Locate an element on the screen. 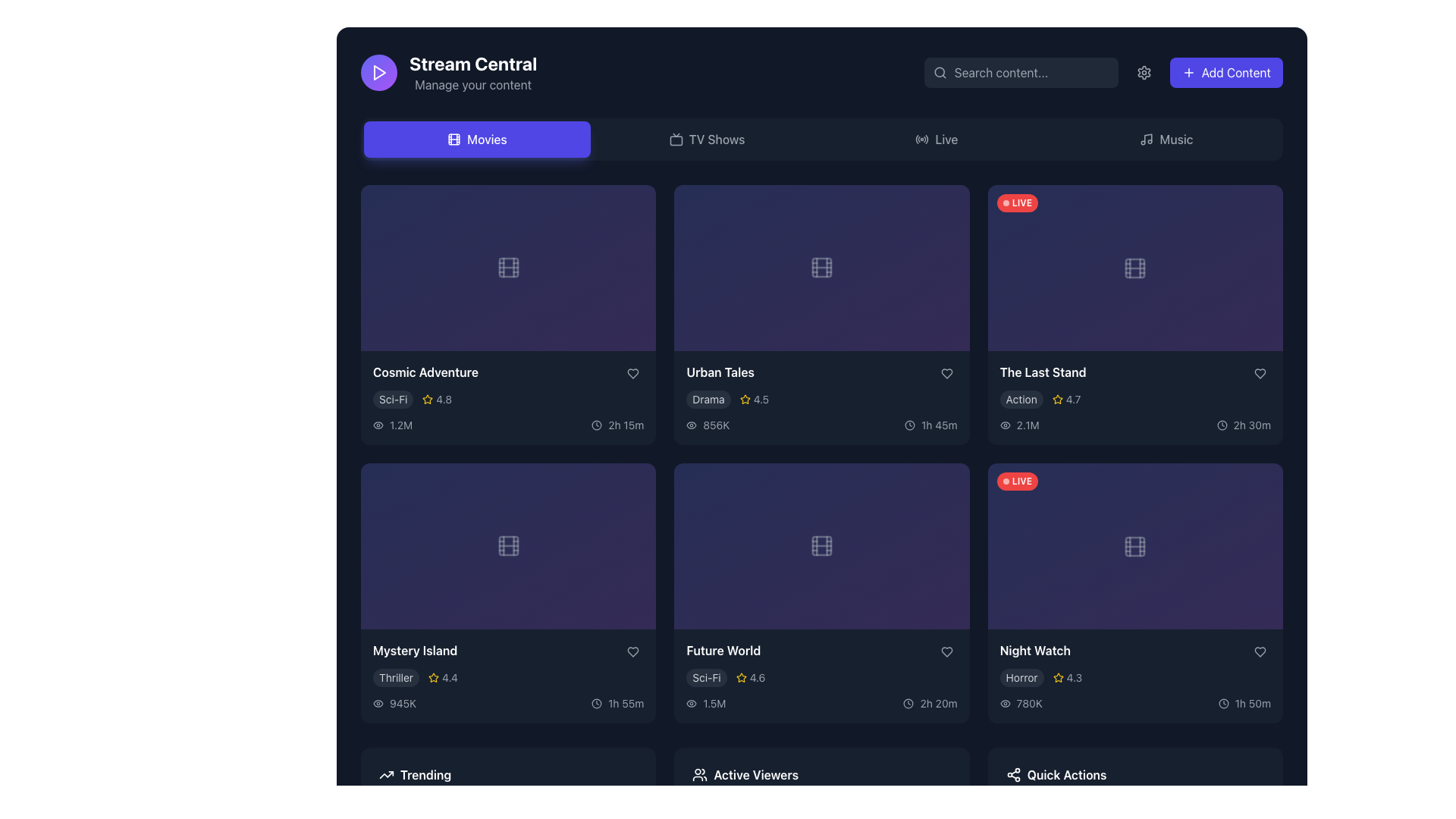 The height and width of the screenshot is (819, 1456). the red, rounded rectangular badge with the text 'LIVE' in white, bold, small-cap font, located in the top-left corner of the video thumbnail frame for the 'Night Watch' title is located at coordinates (1017, 482).